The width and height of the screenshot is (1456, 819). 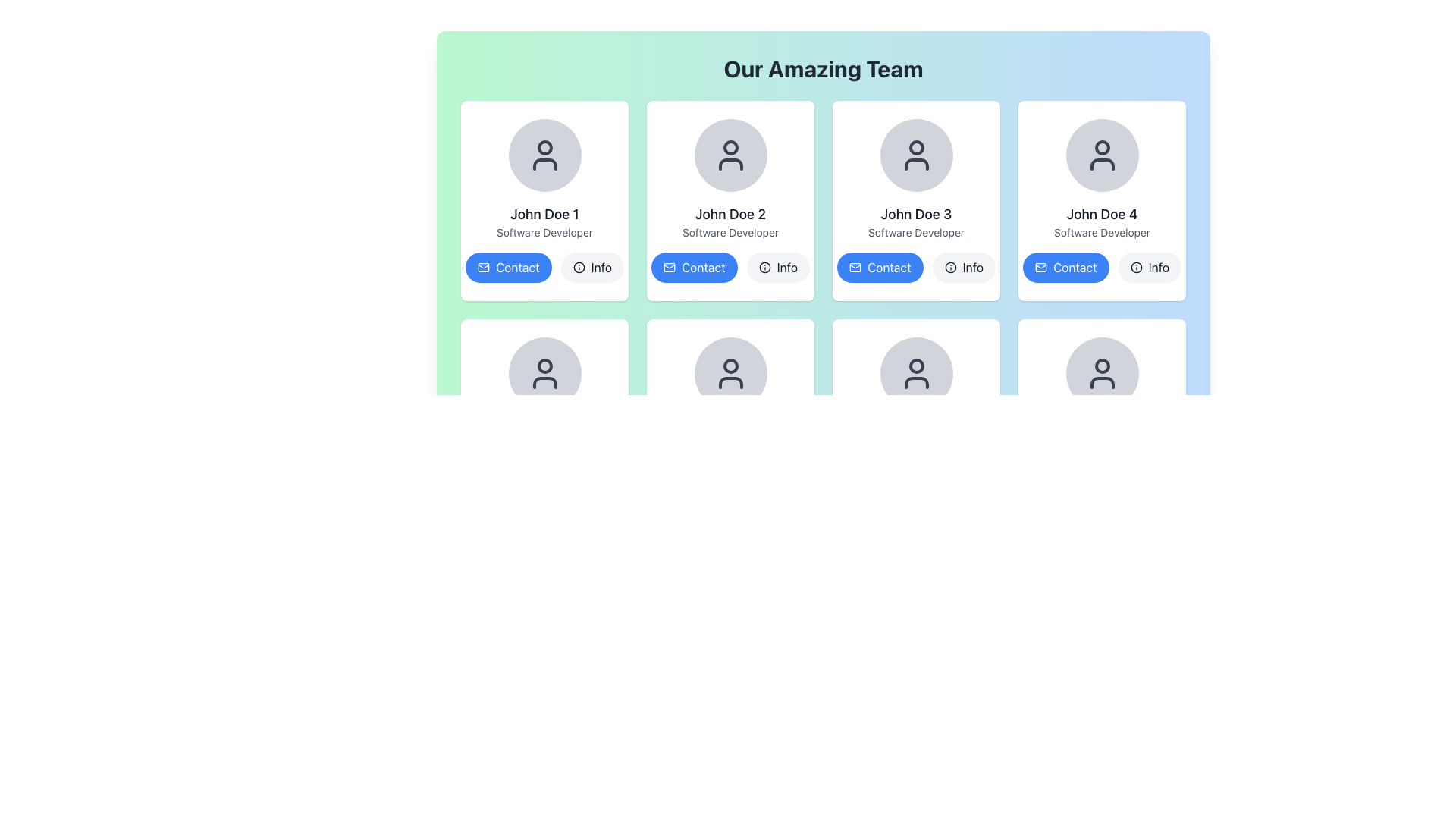 I want to click on the left button labeled for contacting the team member in the 'John Doe 2' card located in the second column of the first row to initiate contact, so click(x=693, y=267).